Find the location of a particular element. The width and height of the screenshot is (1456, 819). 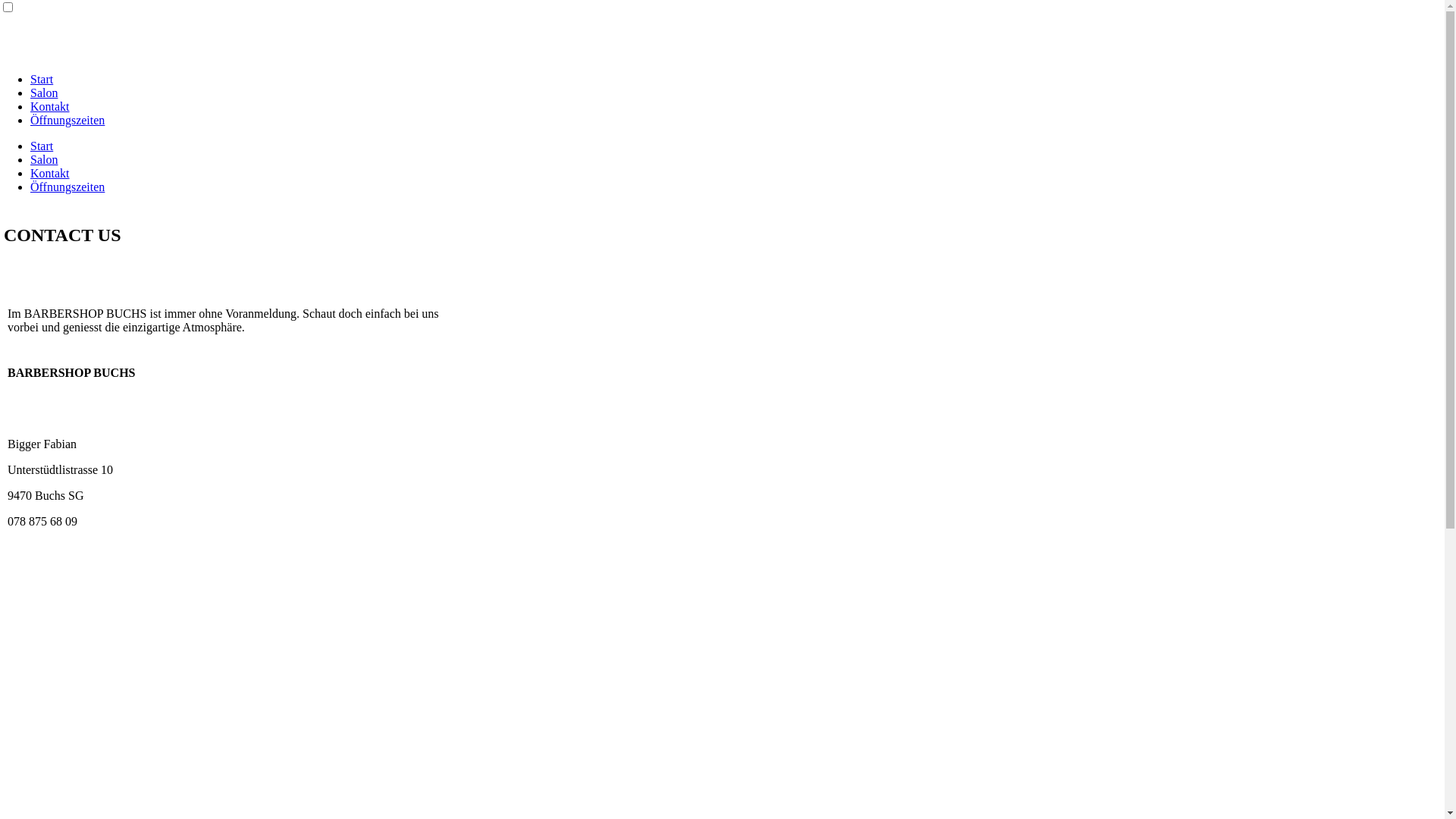

'Salon' is located at coordinates (43, 93).